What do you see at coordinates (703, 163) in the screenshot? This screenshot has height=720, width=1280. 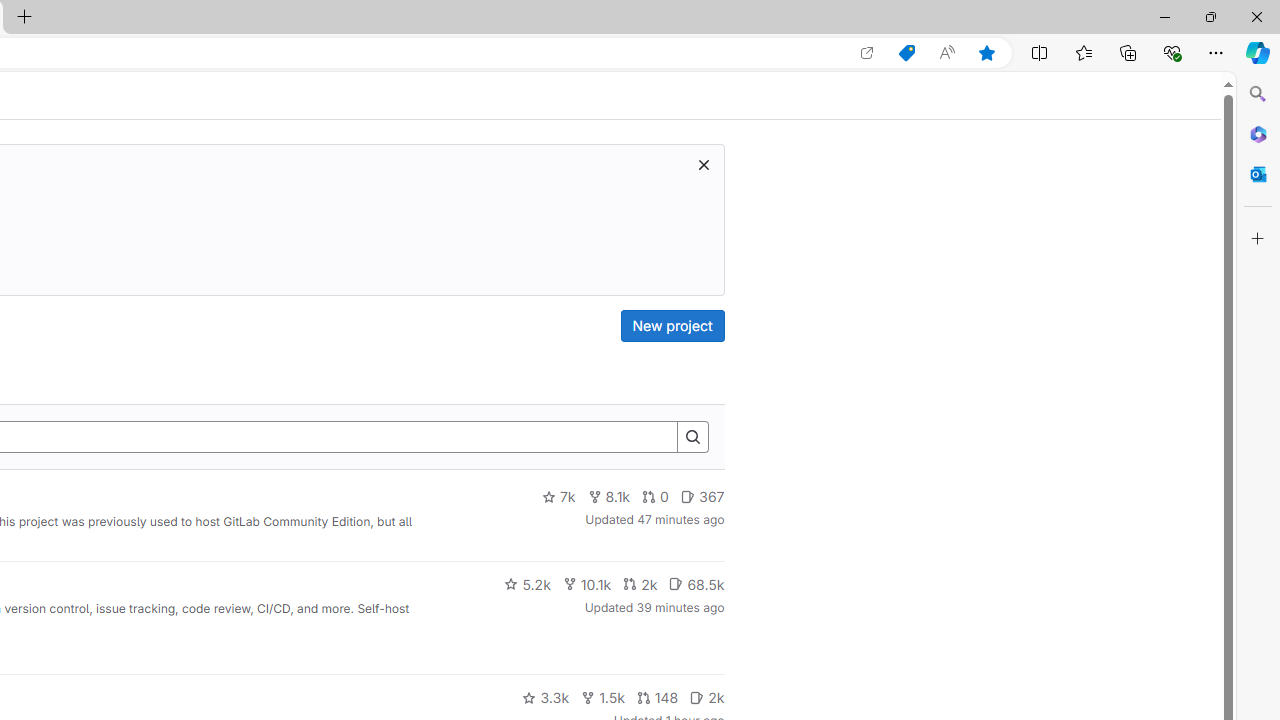 I see `'Class: s16 gl-icon gl-button-icon '` at bounding box center [703, 163].